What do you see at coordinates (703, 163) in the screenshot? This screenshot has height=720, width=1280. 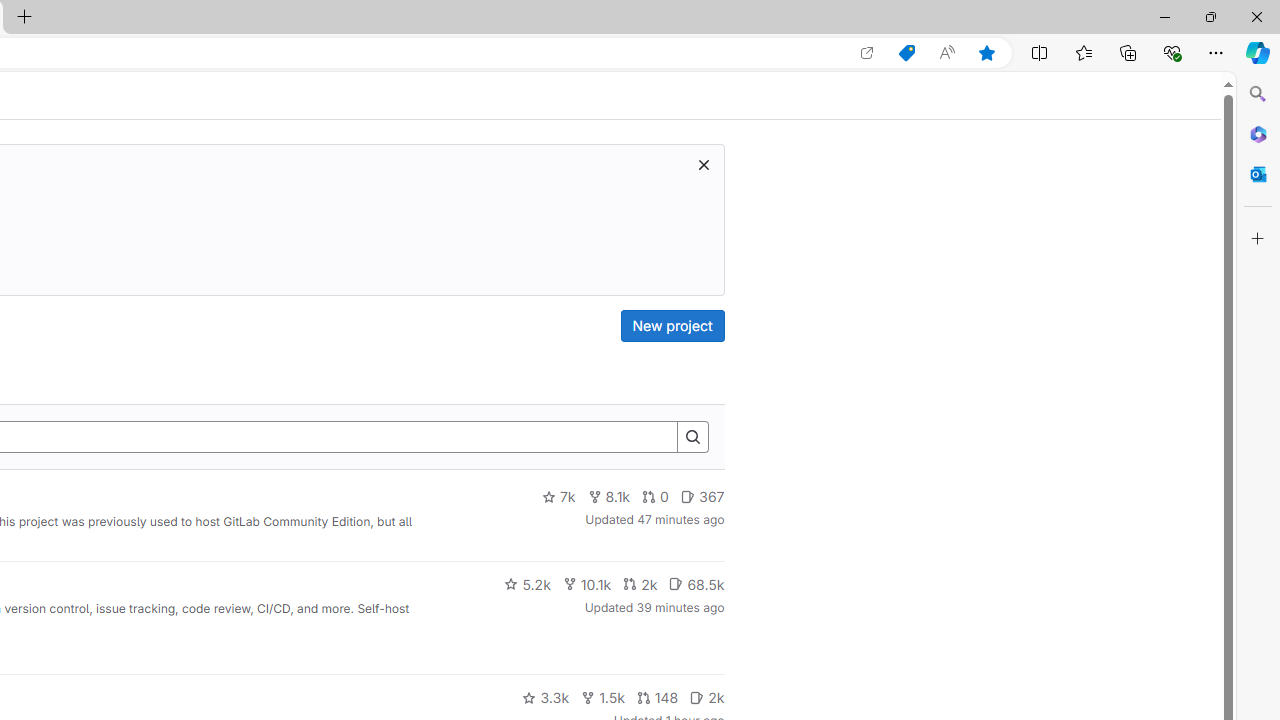 I see `'Class: s16 gl-icon gl-button-icon '` at bounding box center [703, 163].